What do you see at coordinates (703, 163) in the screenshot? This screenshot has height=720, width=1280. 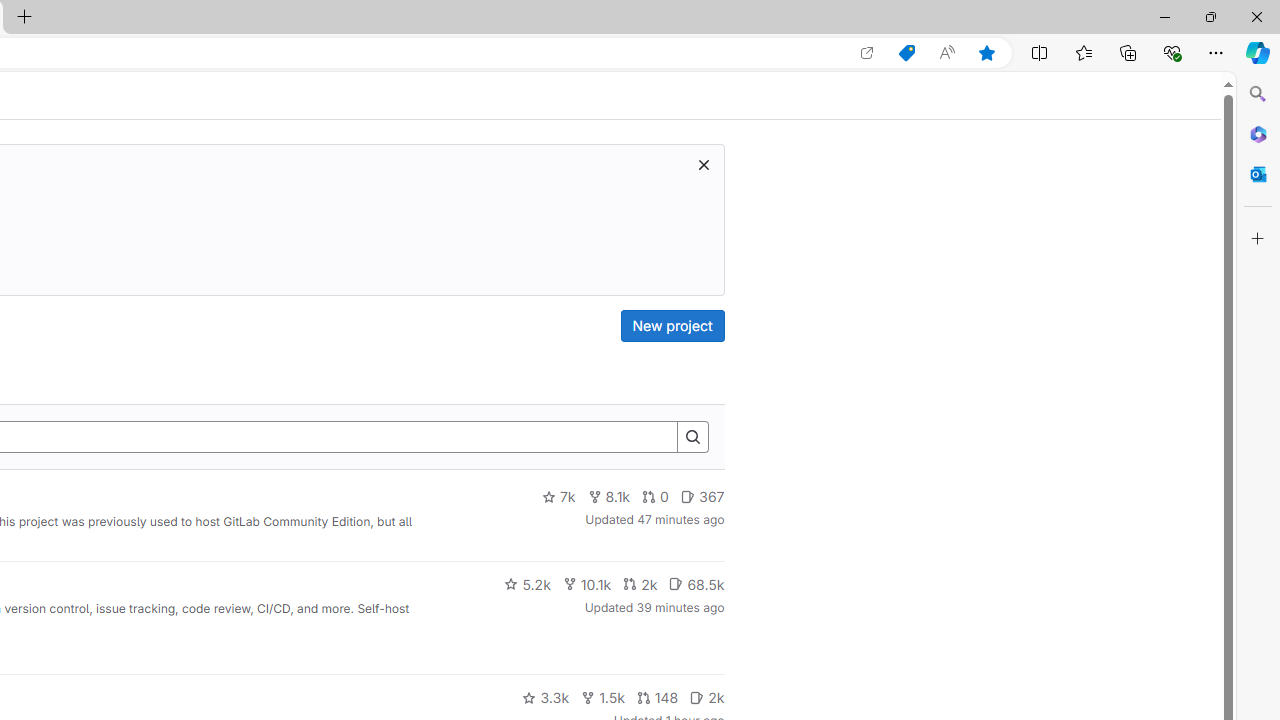 I see `'Class: s16 gl-icon gl-button-icon '` at bounding box center [703, 163].